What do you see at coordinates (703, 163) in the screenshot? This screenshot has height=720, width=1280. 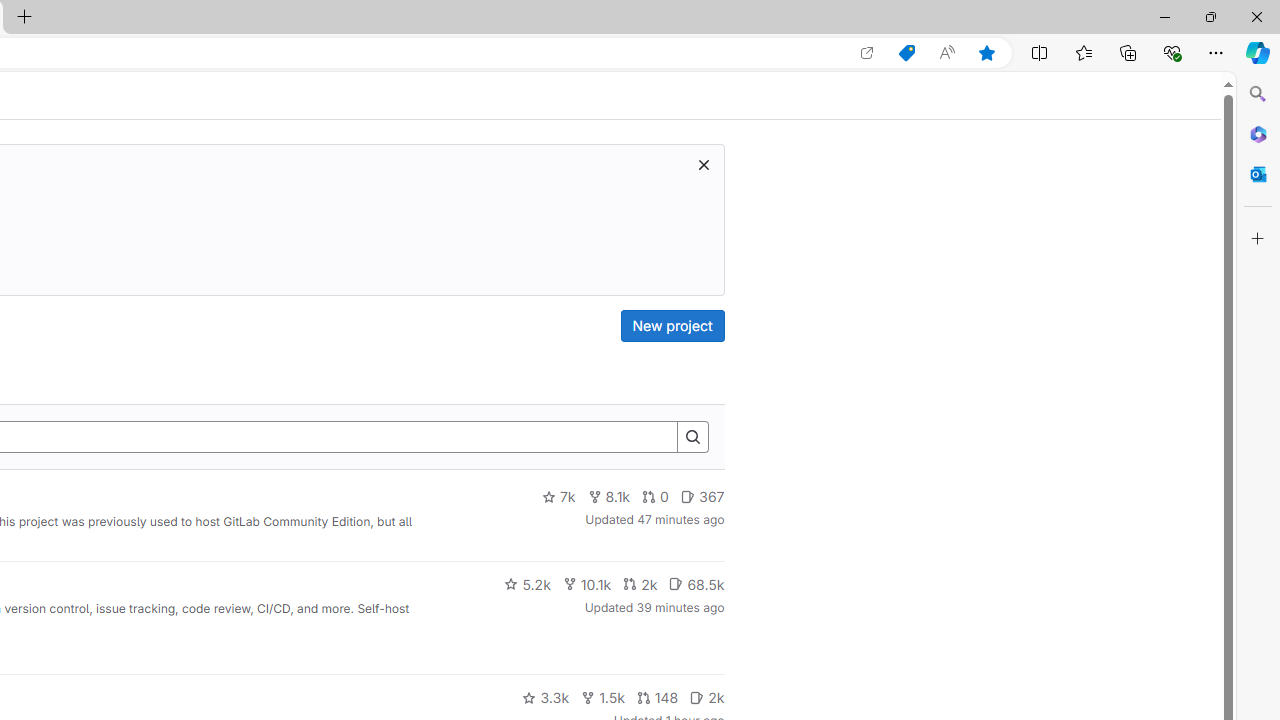 I see `'Class: s16 gl-icon gl-button-icon '` at bounding box center [703, 163].